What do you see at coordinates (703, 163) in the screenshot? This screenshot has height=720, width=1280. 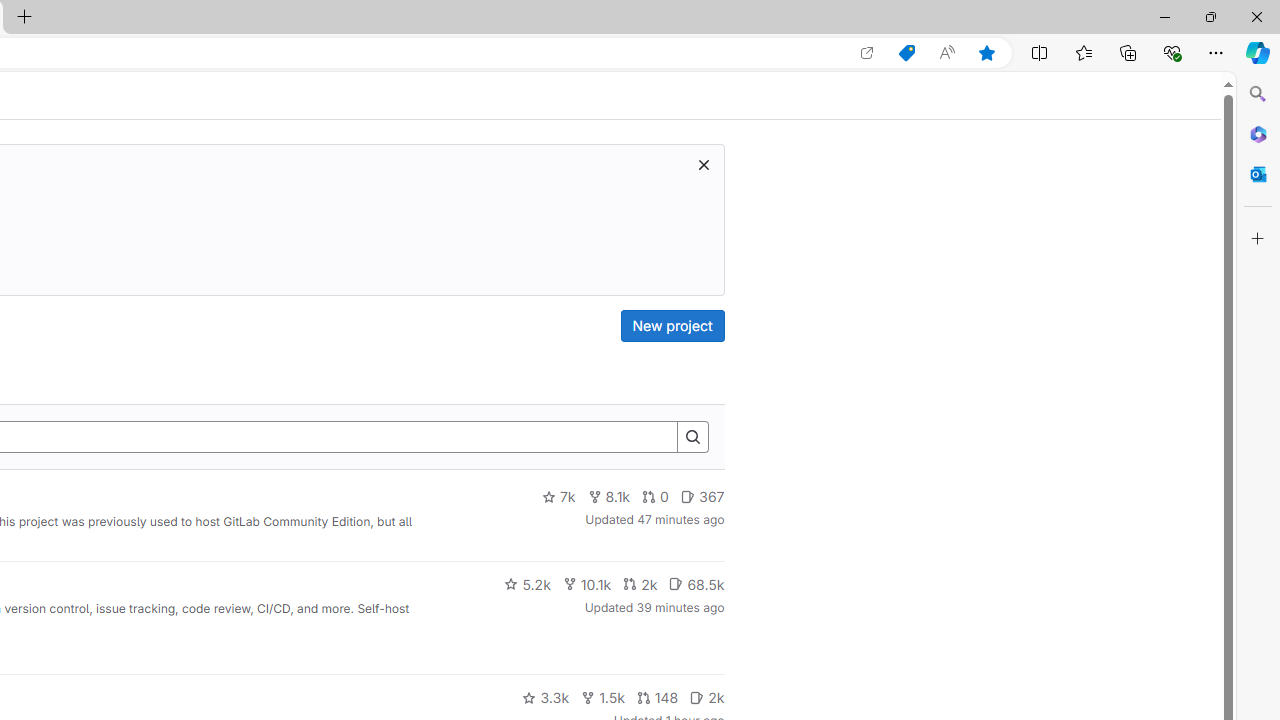 I see `'Class: s16 gl-icon gl-button-icon '` at bounding box center [703, 163].